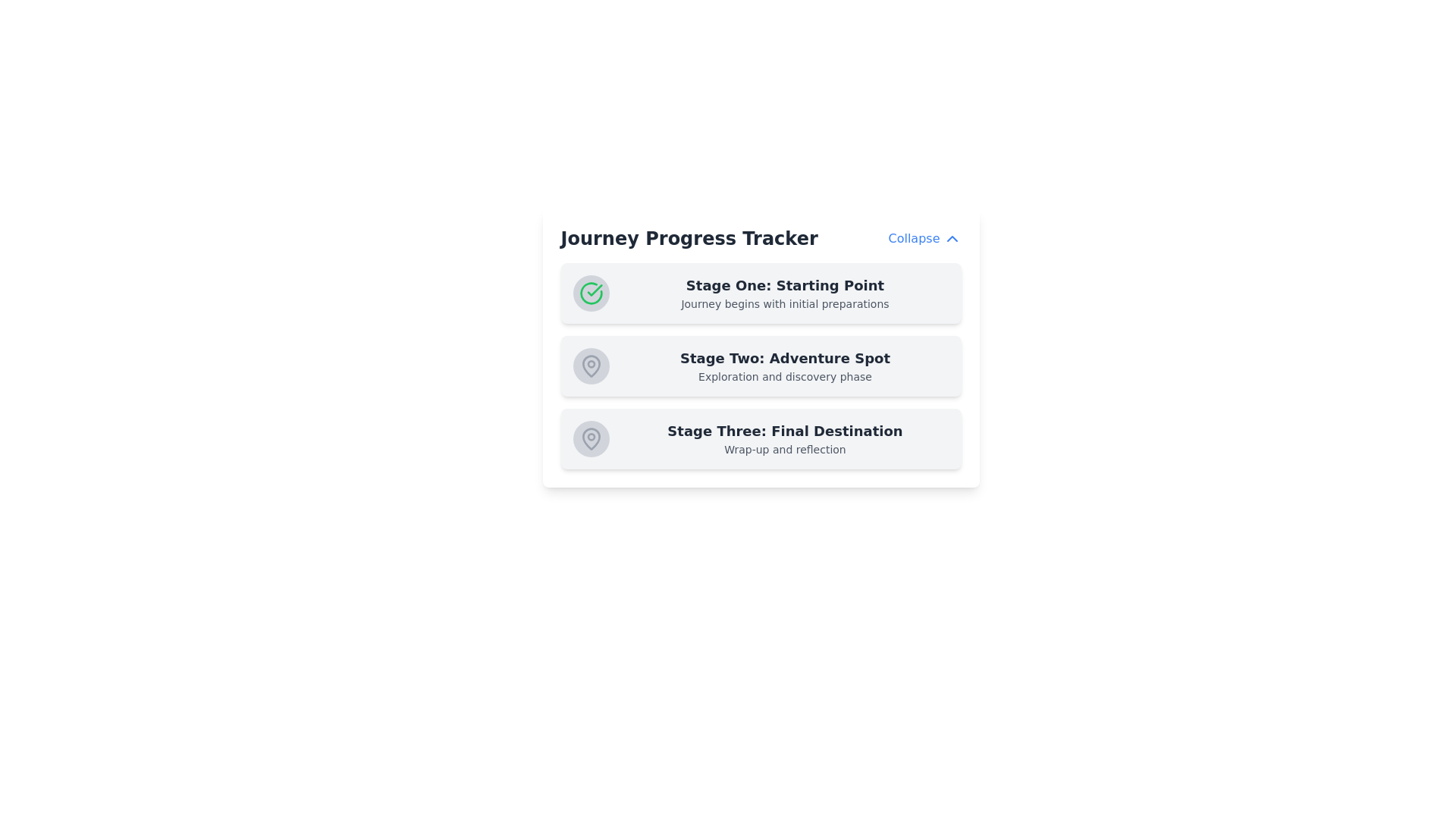 The width and height of the screenshot is (1456, 819). I want to click on the decorative icon representing the stage 'Adventure Spot', centrally aligned within the second stage card titled 'Stage Two: Adventure Spot' in the progress tracker layout, so click(590, 366).